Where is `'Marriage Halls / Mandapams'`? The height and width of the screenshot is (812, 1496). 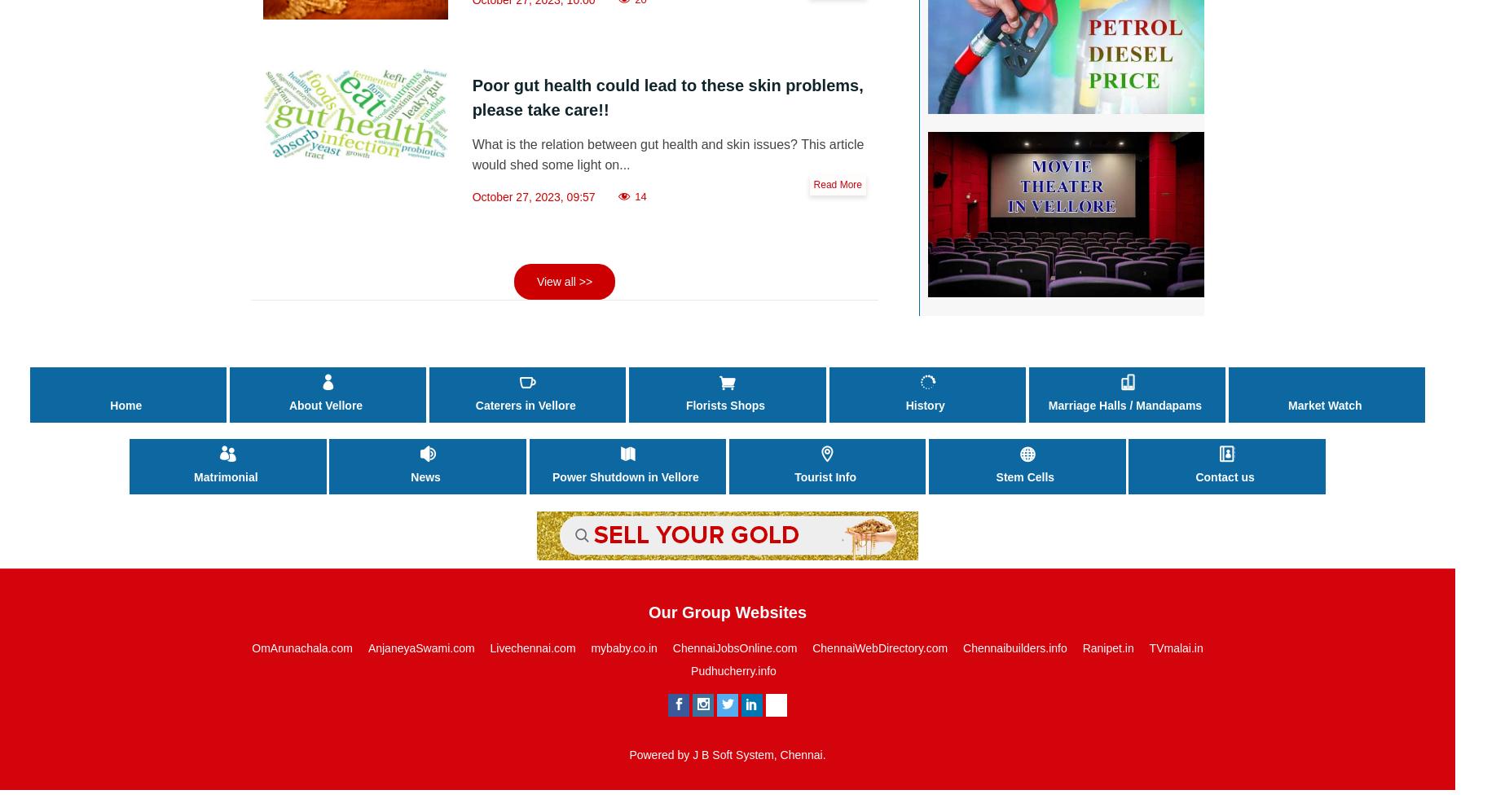 'Marriage Halls / Mandapams' is located at coordinates (1124, 406).